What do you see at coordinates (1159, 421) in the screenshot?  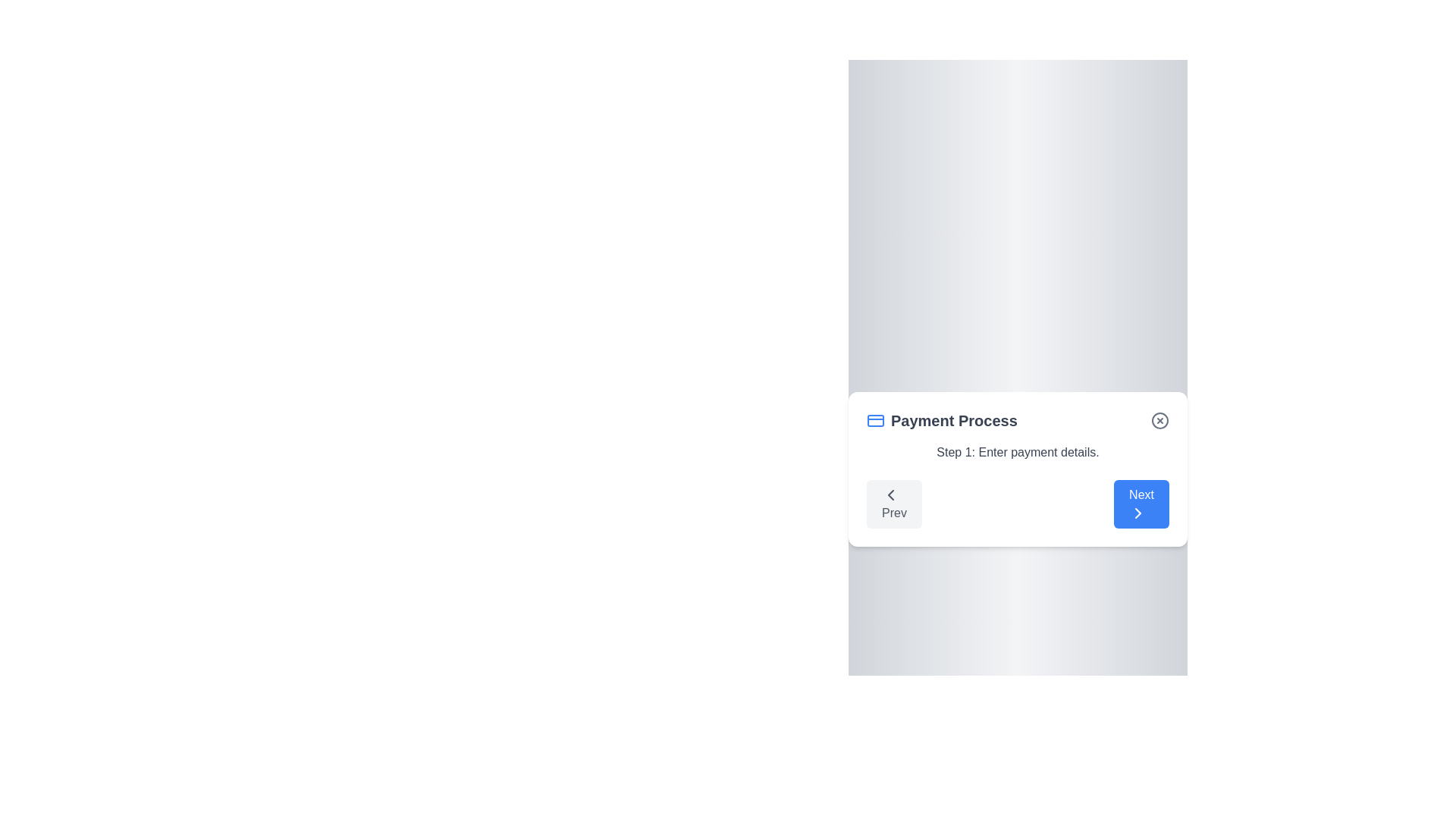 I see `the circular button with a gray border and a red 'X' symbol in the top-right corner of the 'Payment Process' section` at bounding box center [1159, 421].